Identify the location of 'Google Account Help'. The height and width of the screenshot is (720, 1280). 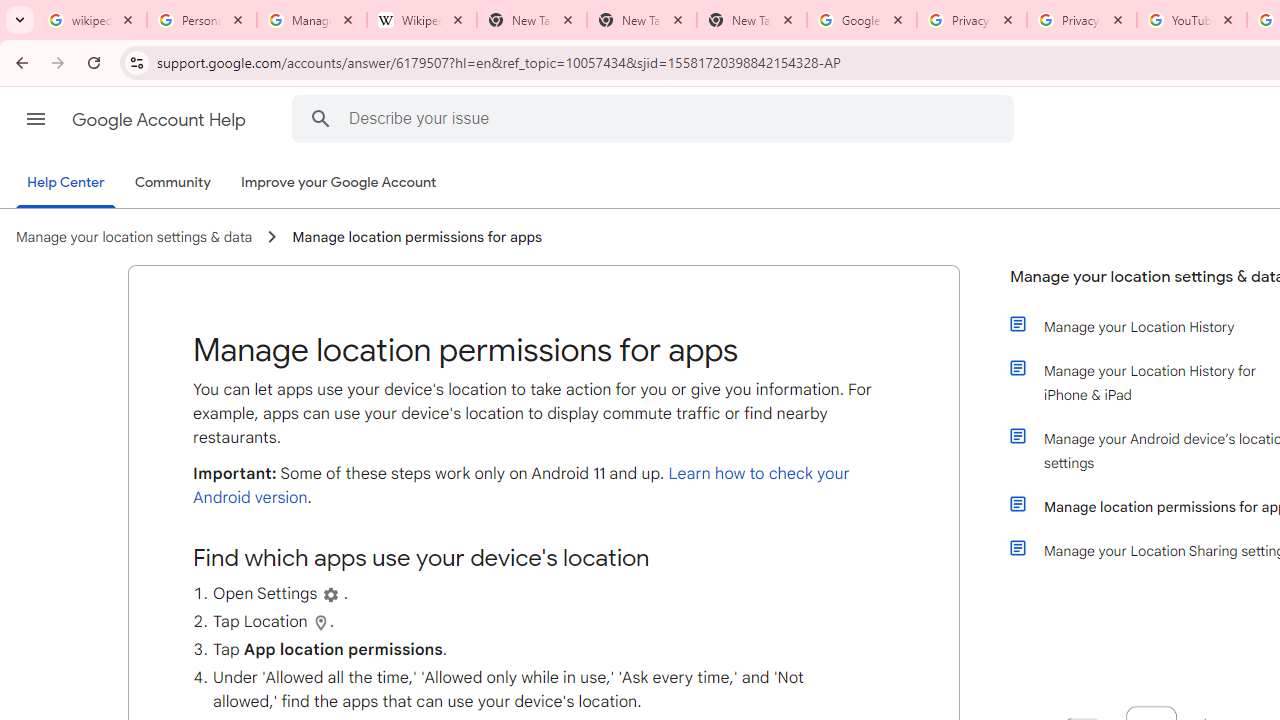
(160, 119).